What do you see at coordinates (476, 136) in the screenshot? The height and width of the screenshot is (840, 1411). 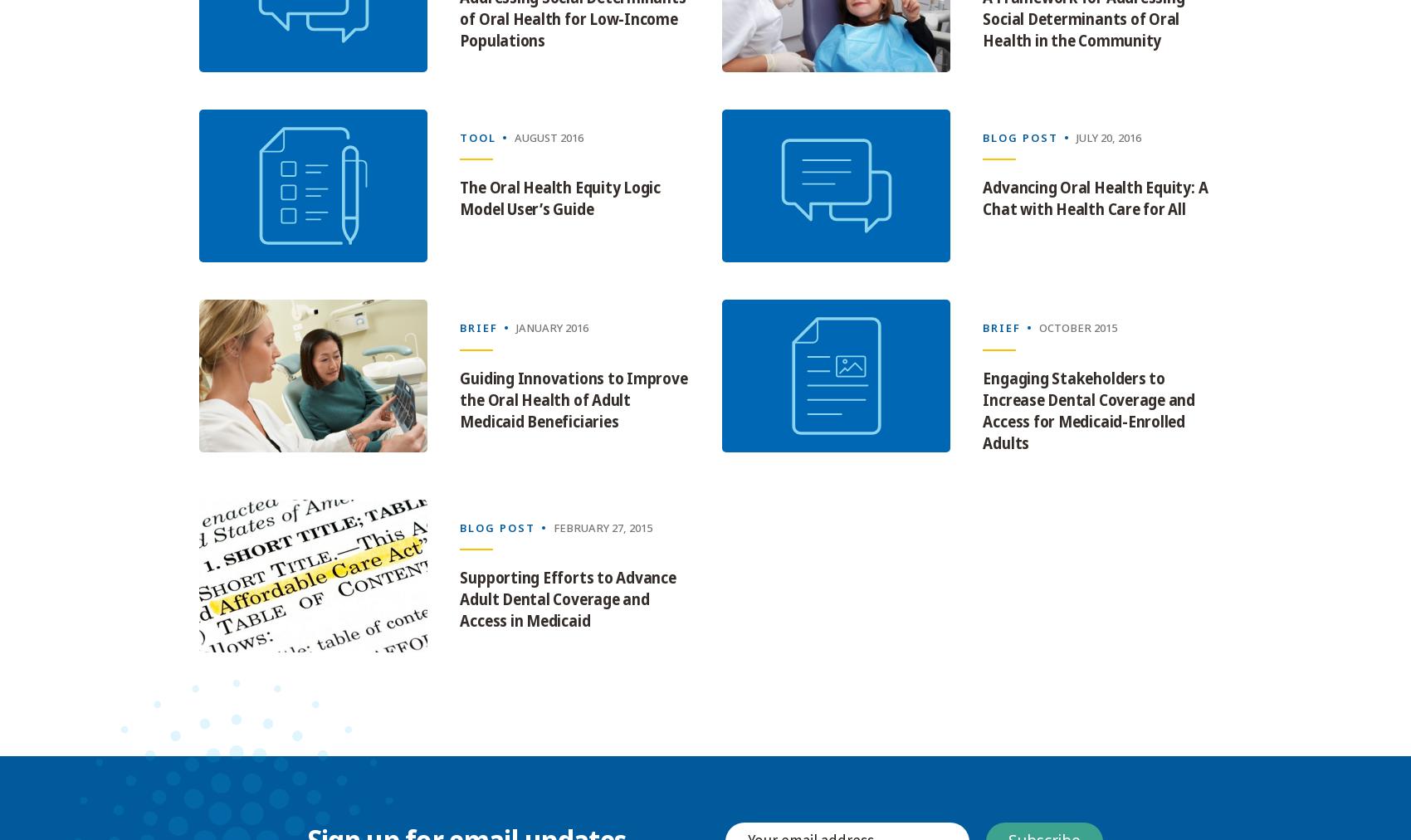 I see `'Tool'` at bounding box center [476, 136].